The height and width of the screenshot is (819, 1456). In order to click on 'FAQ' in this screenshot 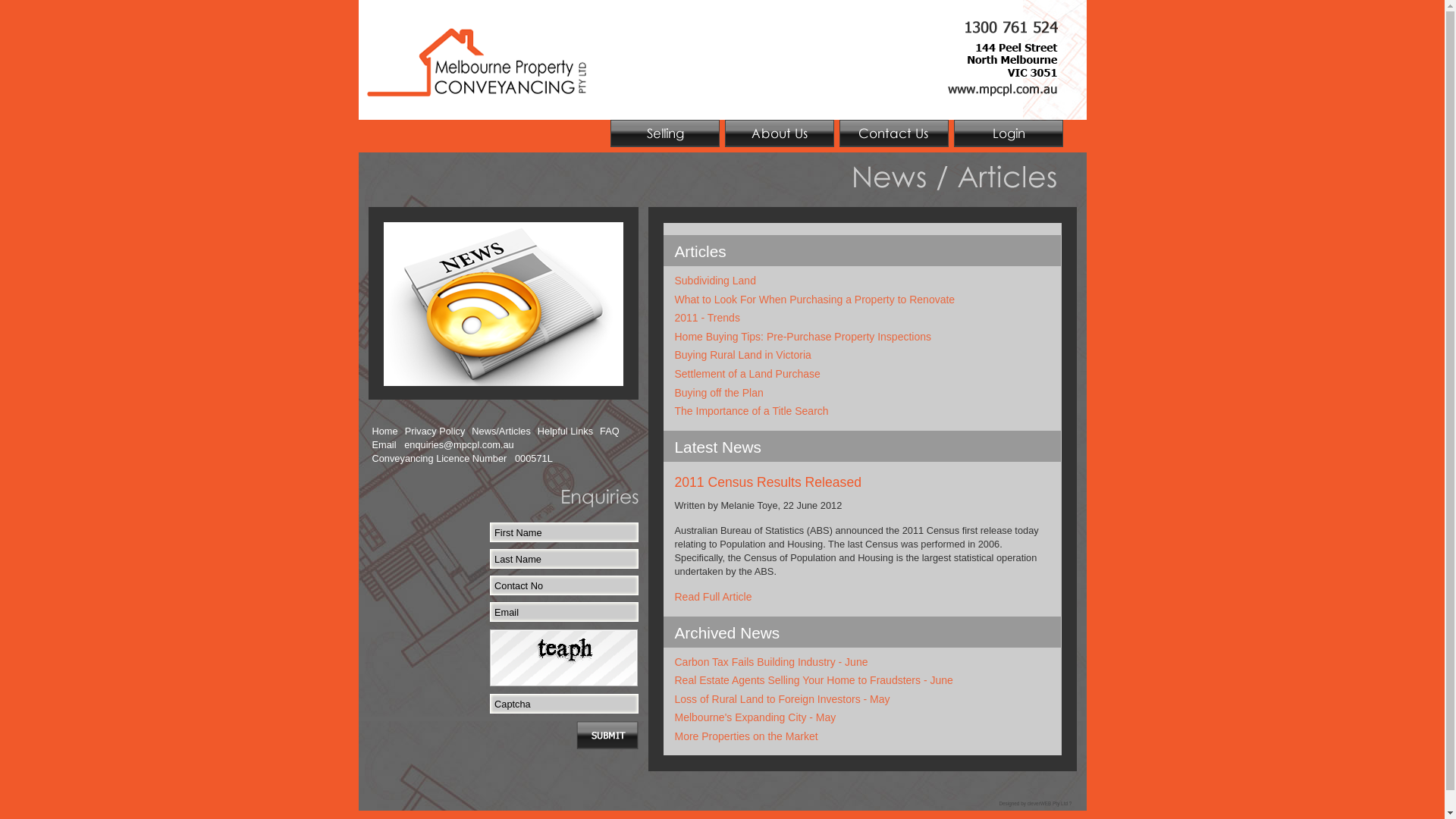, I will do `click(610, 431)`.